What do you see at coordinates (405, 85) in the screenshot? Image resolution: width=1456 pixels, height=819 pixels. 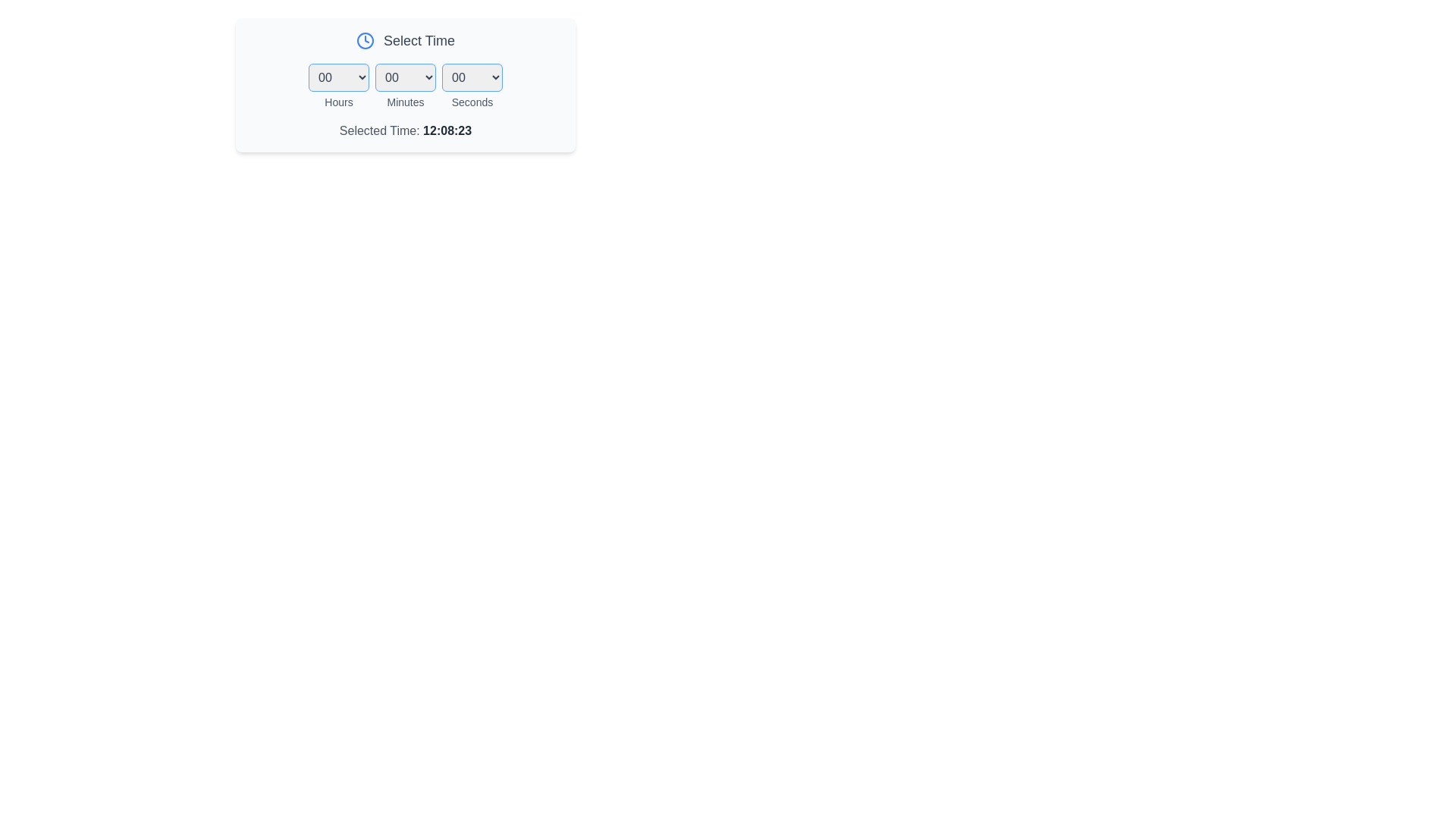 I see `the 'Minutes' dropdown menu, which is styled with a gray border and blue highlights, displaying '00' as the placeholder text within a time selection interface` at bounding box center [405, 85].